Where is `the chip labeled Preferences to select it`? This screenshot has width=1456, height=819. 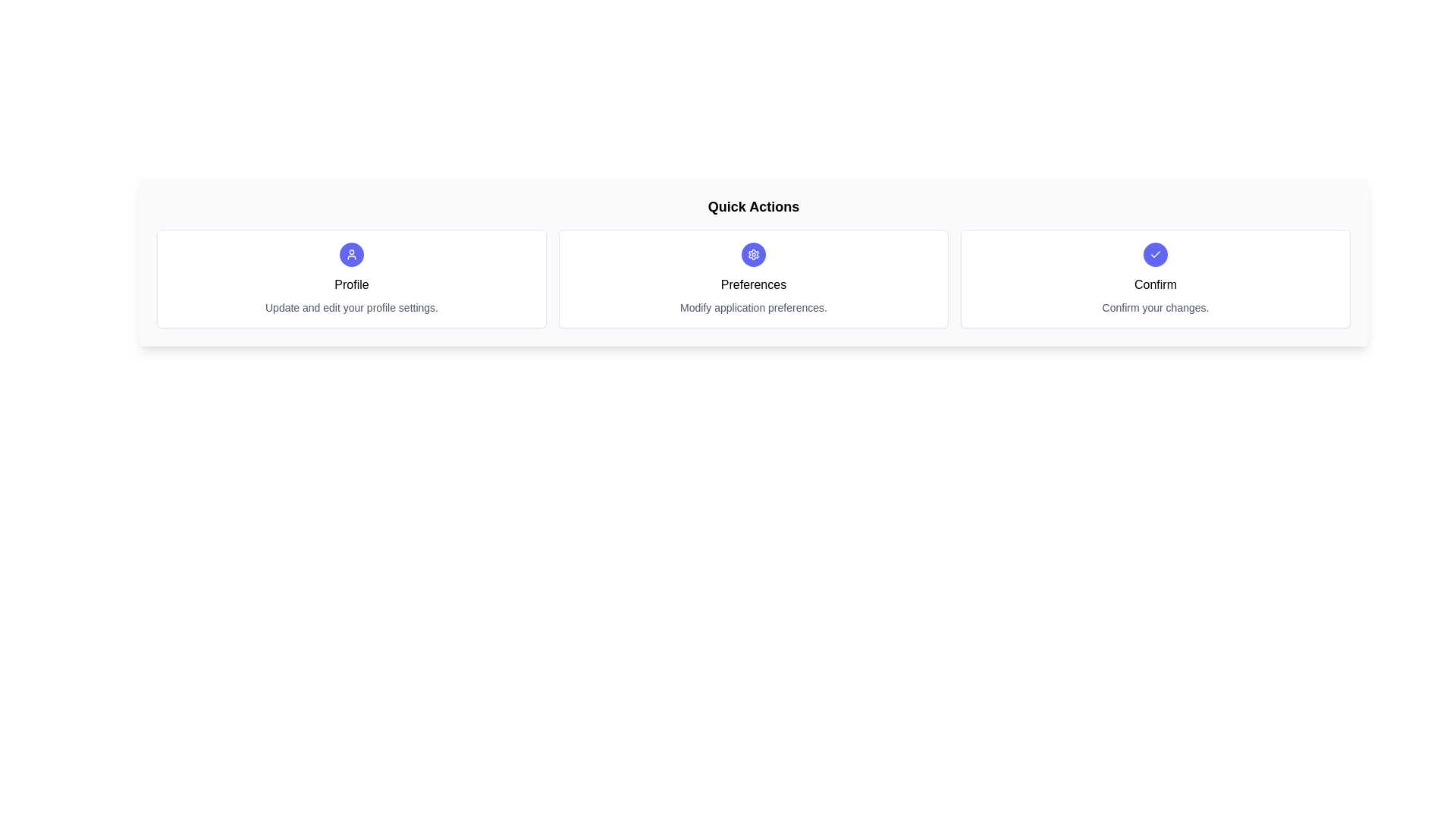
the chip labeled Preferences to select it is located at coordinates (753, 278).